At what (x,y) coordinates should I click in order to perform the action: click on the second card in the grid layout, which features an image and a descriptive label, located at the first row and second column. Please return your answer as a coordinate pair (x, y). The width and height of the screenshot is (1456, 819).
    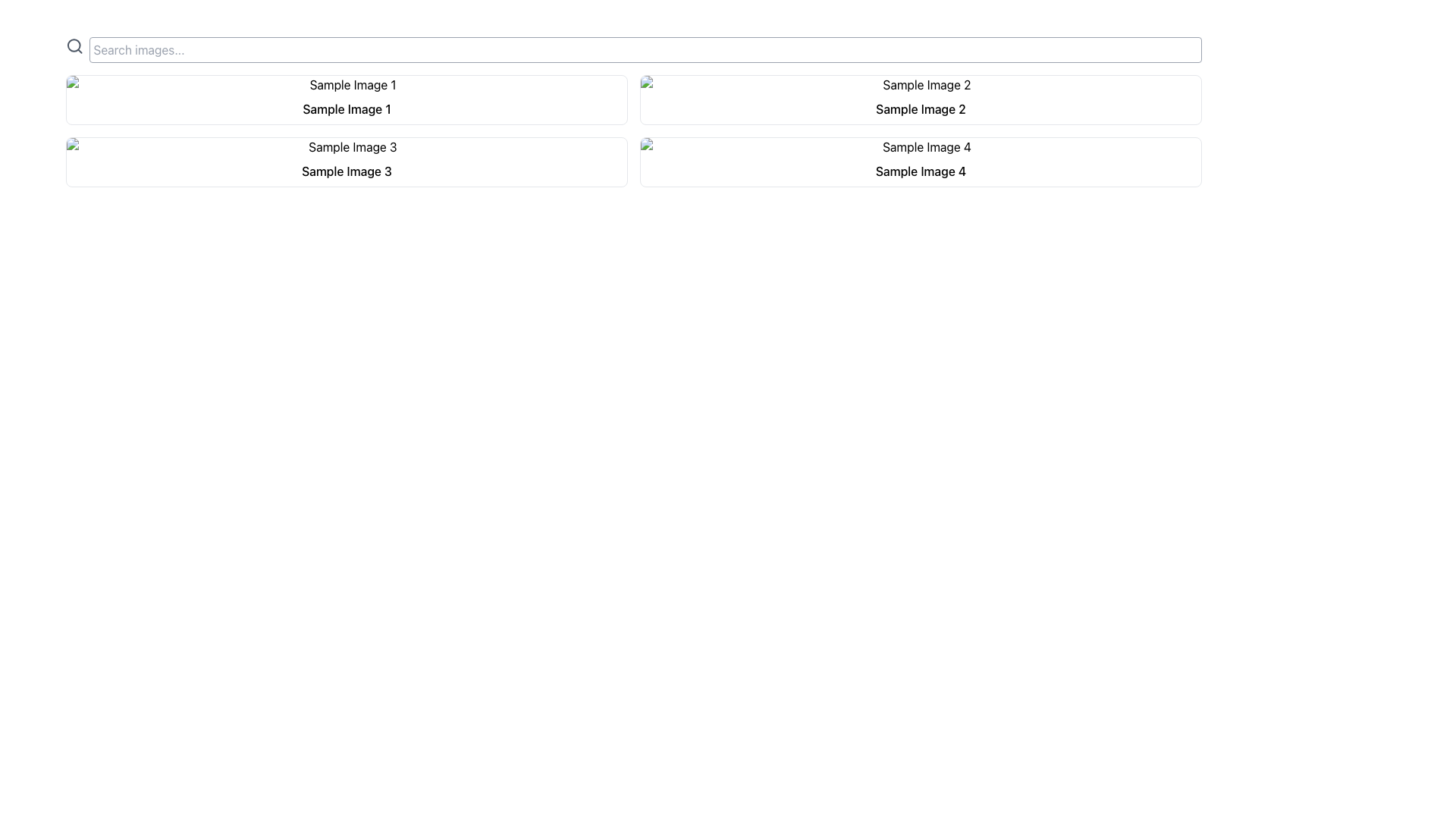
    Looking at the image, I should click on (920, 99).